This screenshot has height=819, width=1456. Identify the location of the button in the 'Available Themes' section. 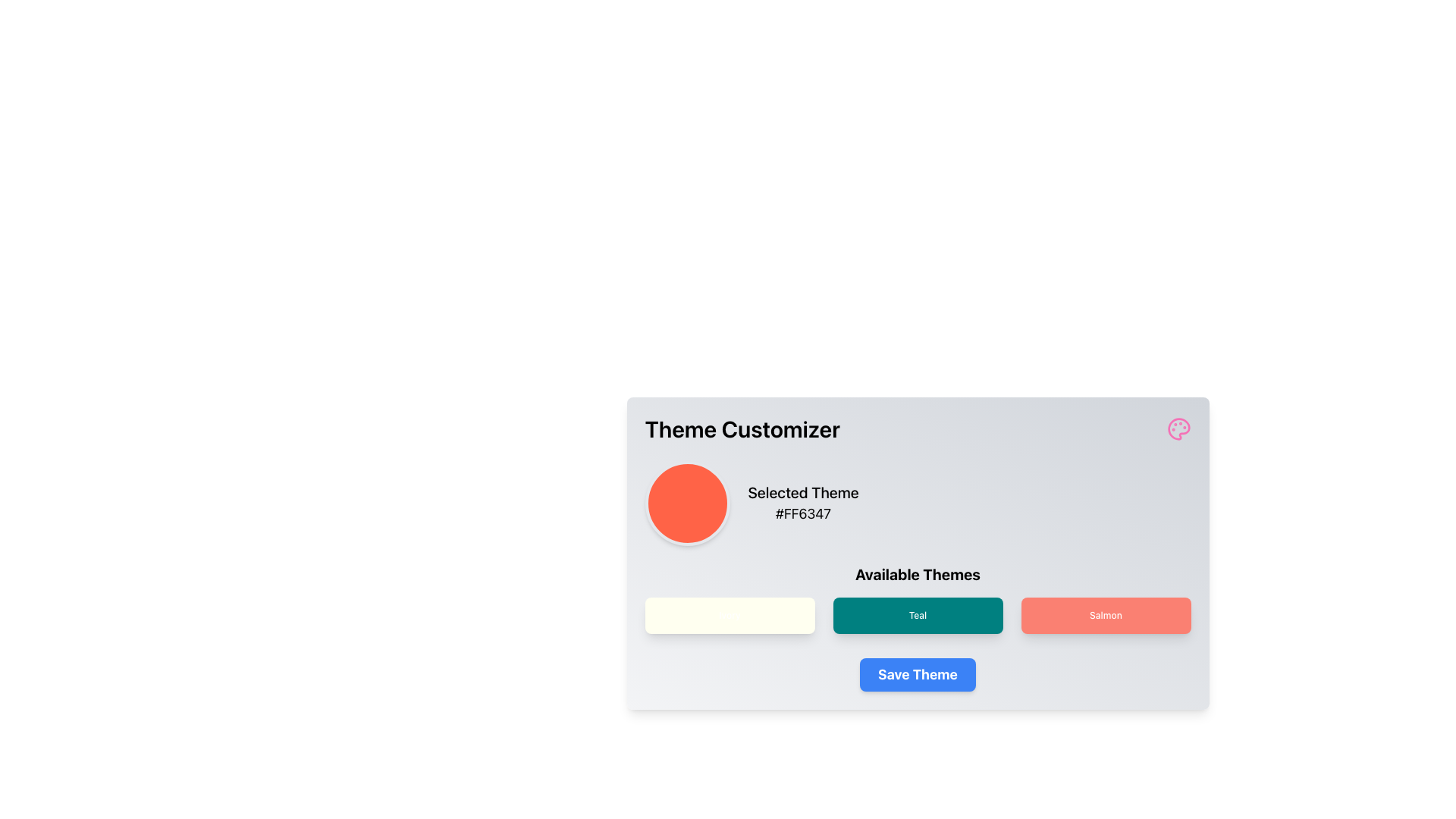
(917, 616).